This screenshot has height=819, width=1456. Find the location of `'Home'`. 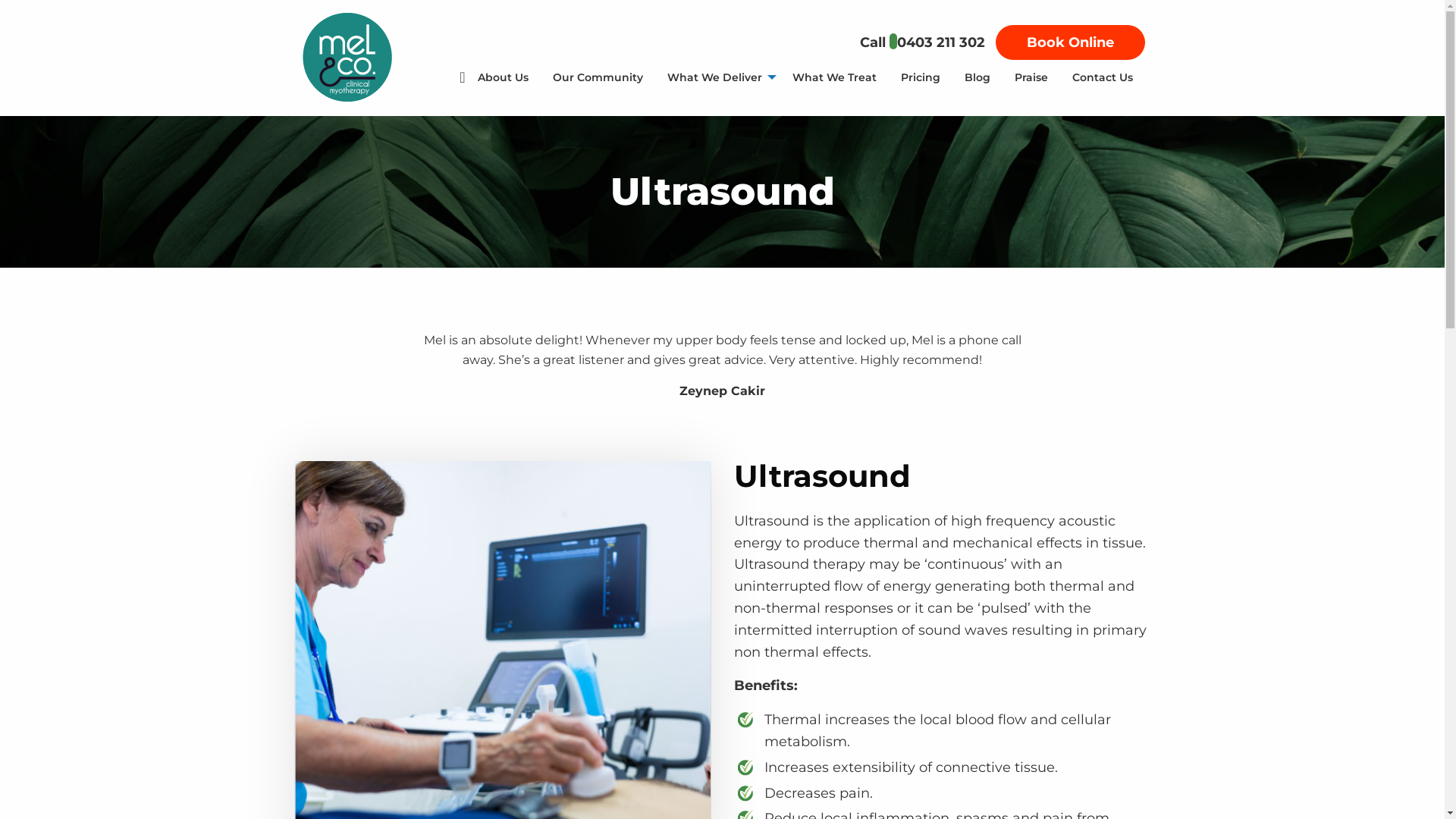

'Home' is located at coordinates (407, 77).